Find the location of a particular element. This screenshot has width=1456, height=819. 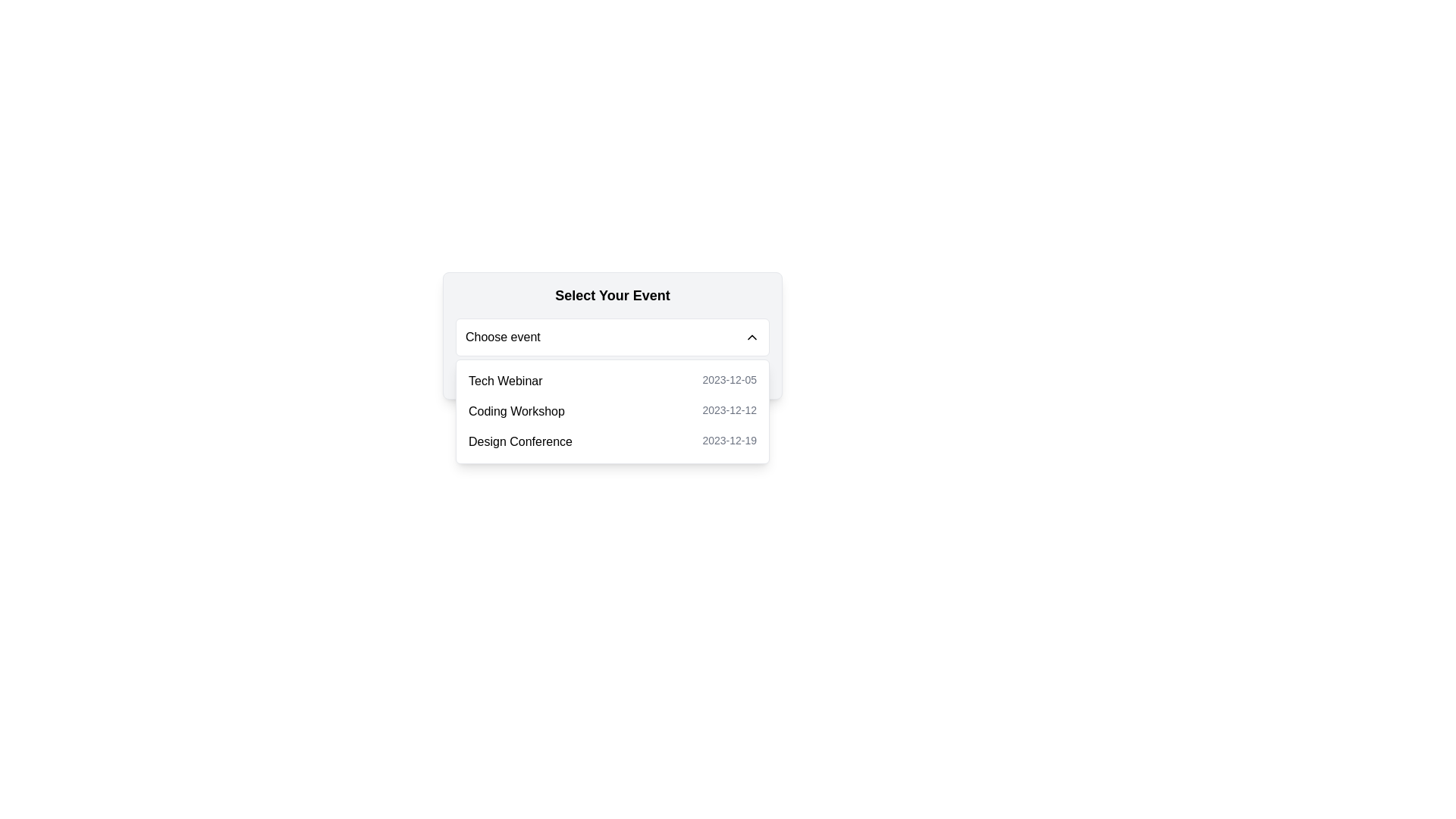

the downward-facing chevron icon located to the right of the 'Choose event' label is located at coordinates (752, 336).